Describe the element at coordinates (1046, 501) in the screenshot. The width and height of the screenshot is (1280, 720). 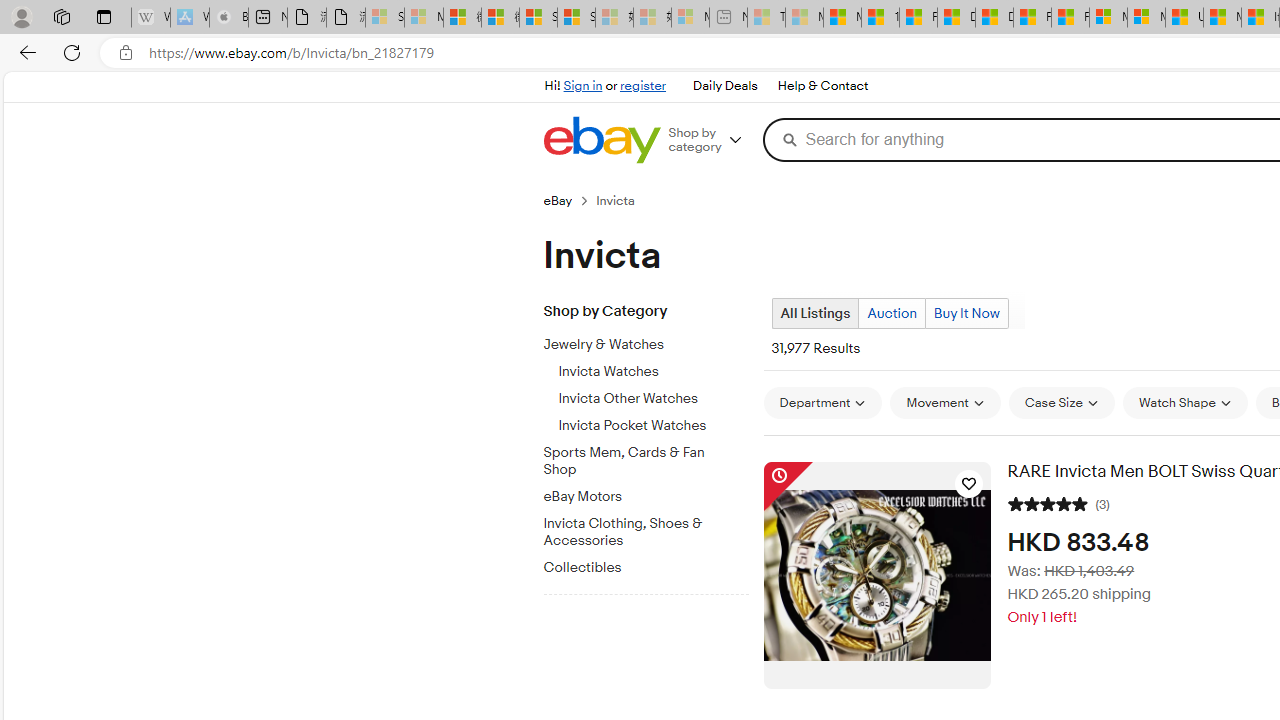
I see `'5 out of 5 stars'` at that location.